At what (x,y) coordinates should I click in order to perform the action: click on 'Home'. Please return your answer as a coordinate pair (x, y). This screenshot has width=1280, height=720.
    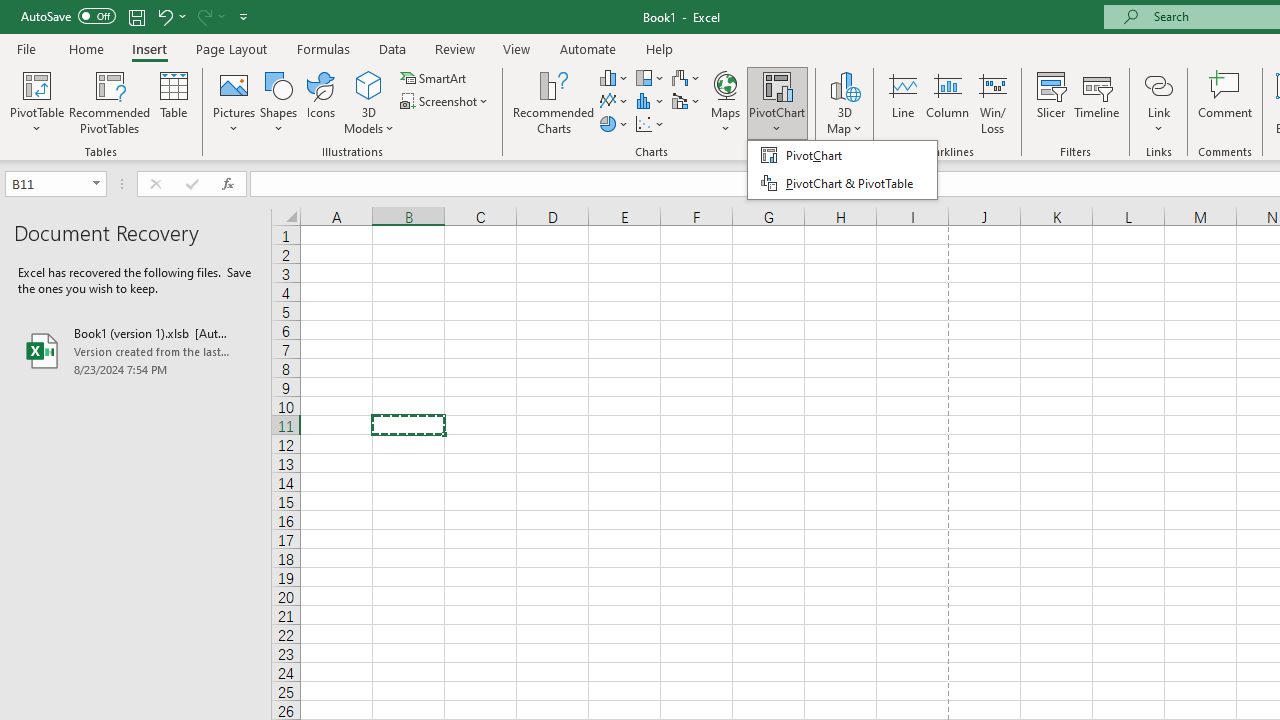
    Looking at the image, I should click on (85, 48).